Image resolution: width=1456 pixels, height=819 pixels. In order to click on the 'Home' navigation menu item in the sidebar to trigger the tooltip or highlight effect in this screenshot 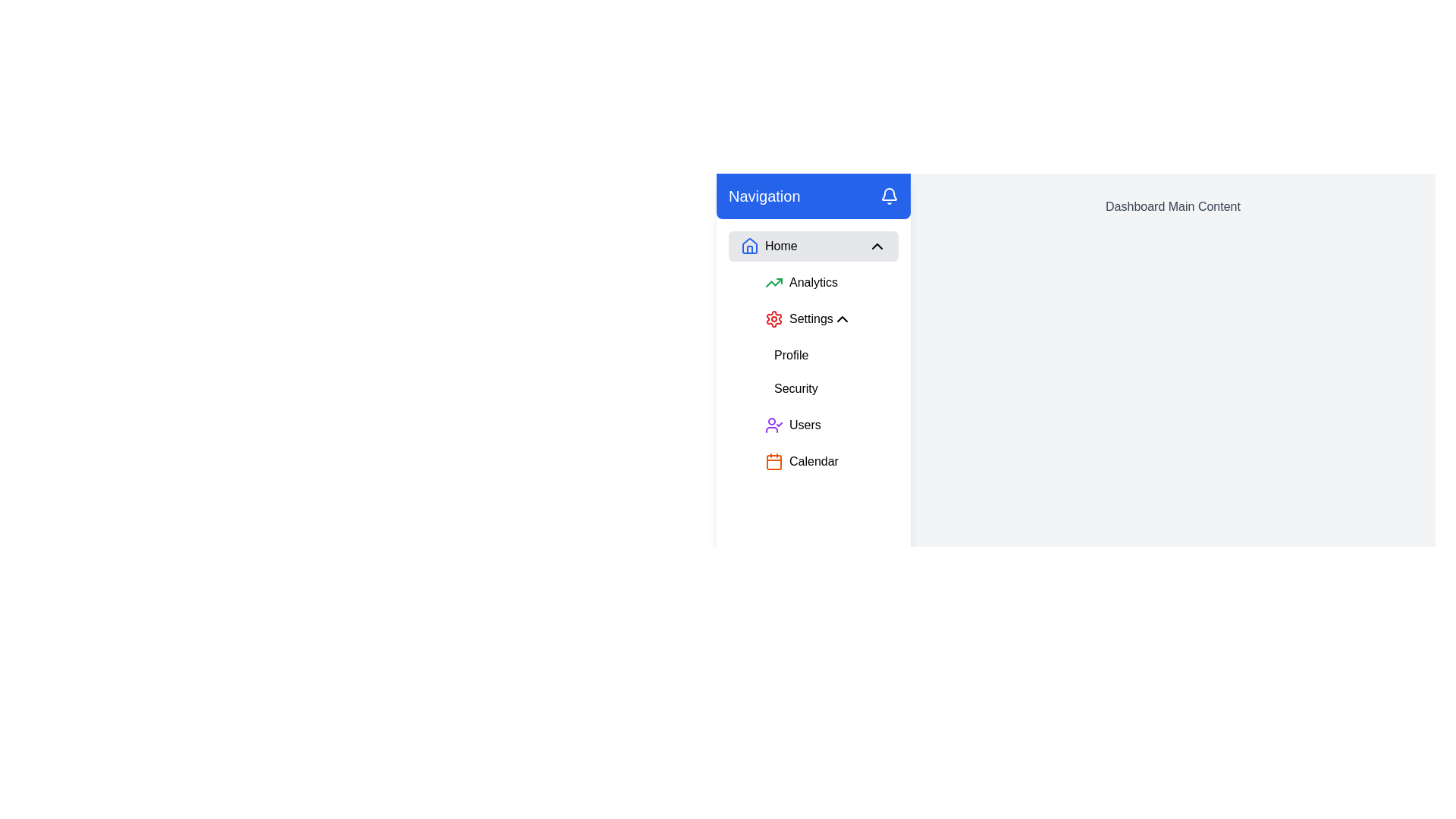, I will do `click(769, 245)`.